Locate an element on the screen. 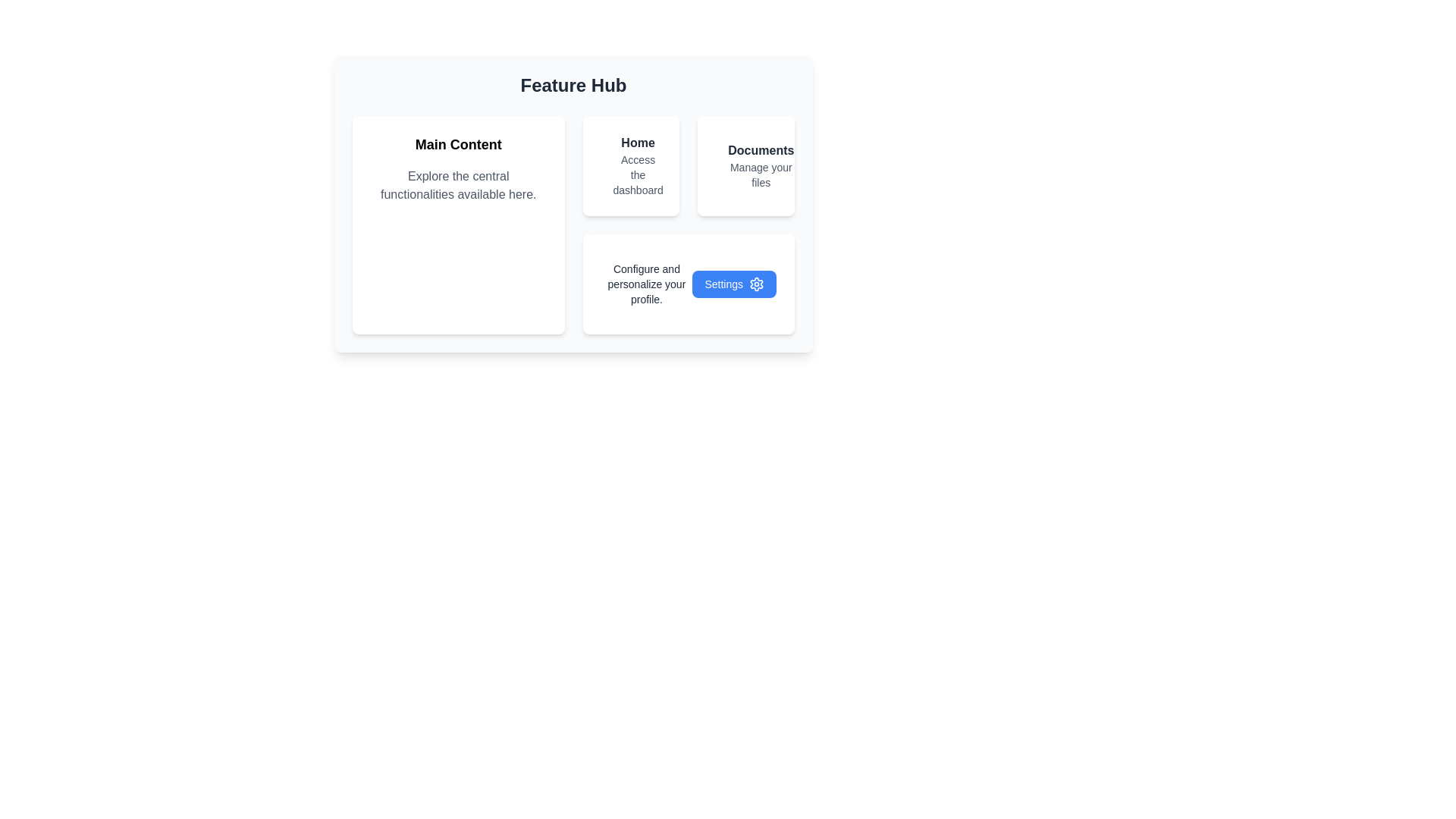 The image size is (1456, 819). descriptive text block located below the 'Main Content' heading, which provides context for the section is located at coordinates (457, 185).